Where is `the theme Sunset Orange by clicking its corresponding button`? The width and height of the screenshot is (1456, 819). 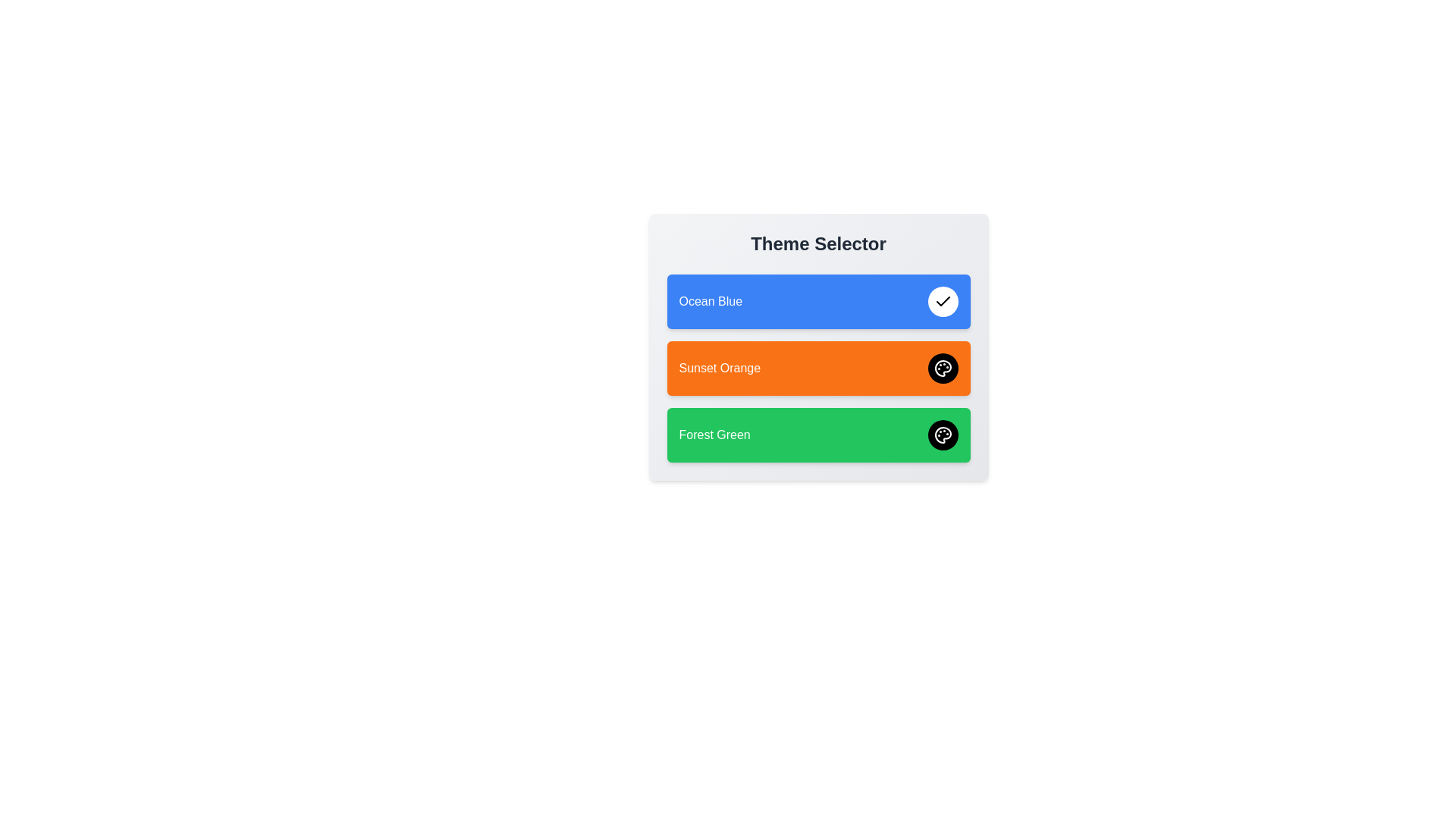 the theme Sunset Orange by clicking its corresponding button is located at coordinates (942, 369).